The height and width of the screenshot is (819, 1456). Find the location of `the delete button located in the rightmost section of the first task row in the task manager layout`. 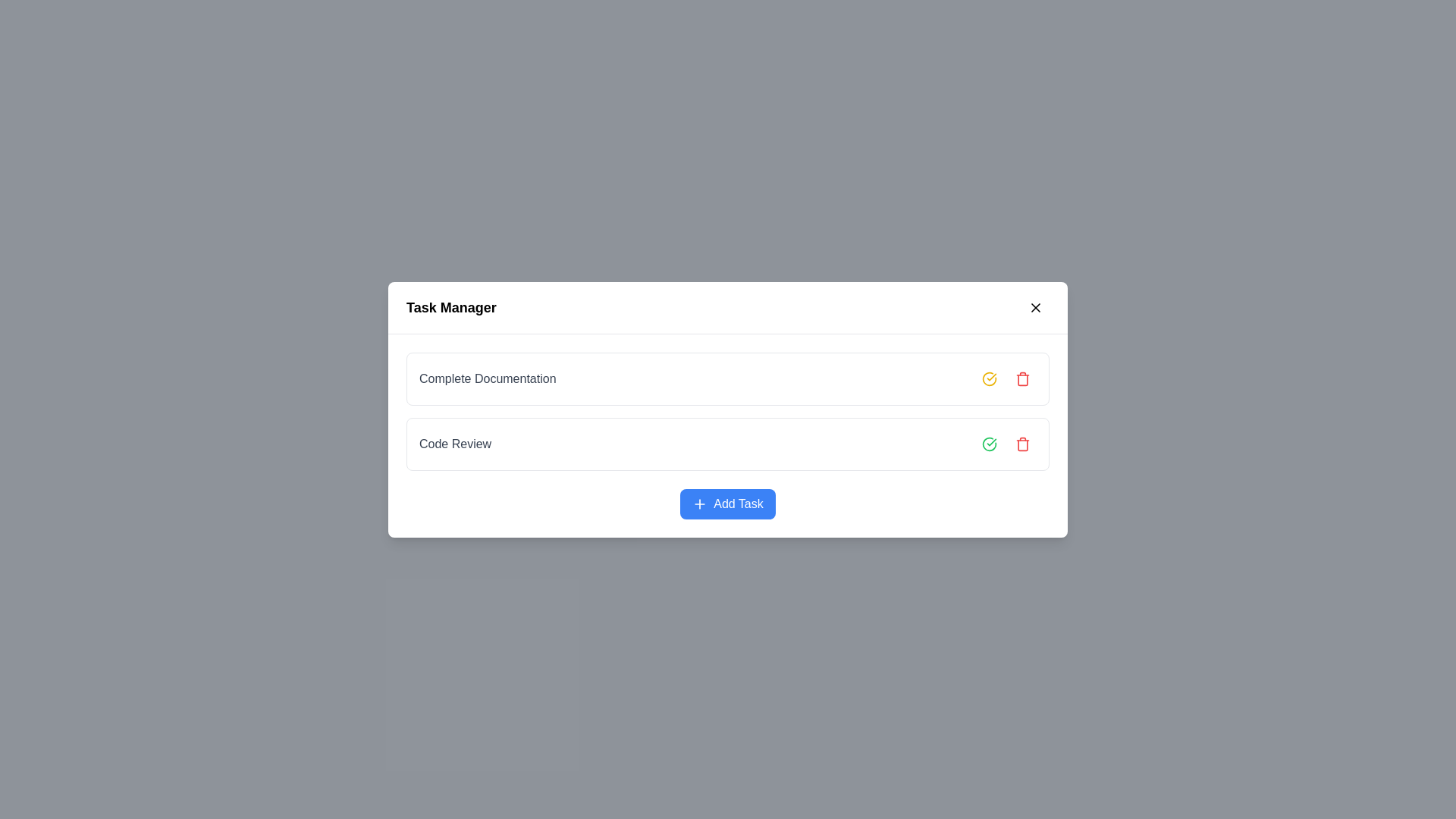

the delete button located in the rightmost section of the first task row in the task manager layout is located at coordinates (1022, 377).